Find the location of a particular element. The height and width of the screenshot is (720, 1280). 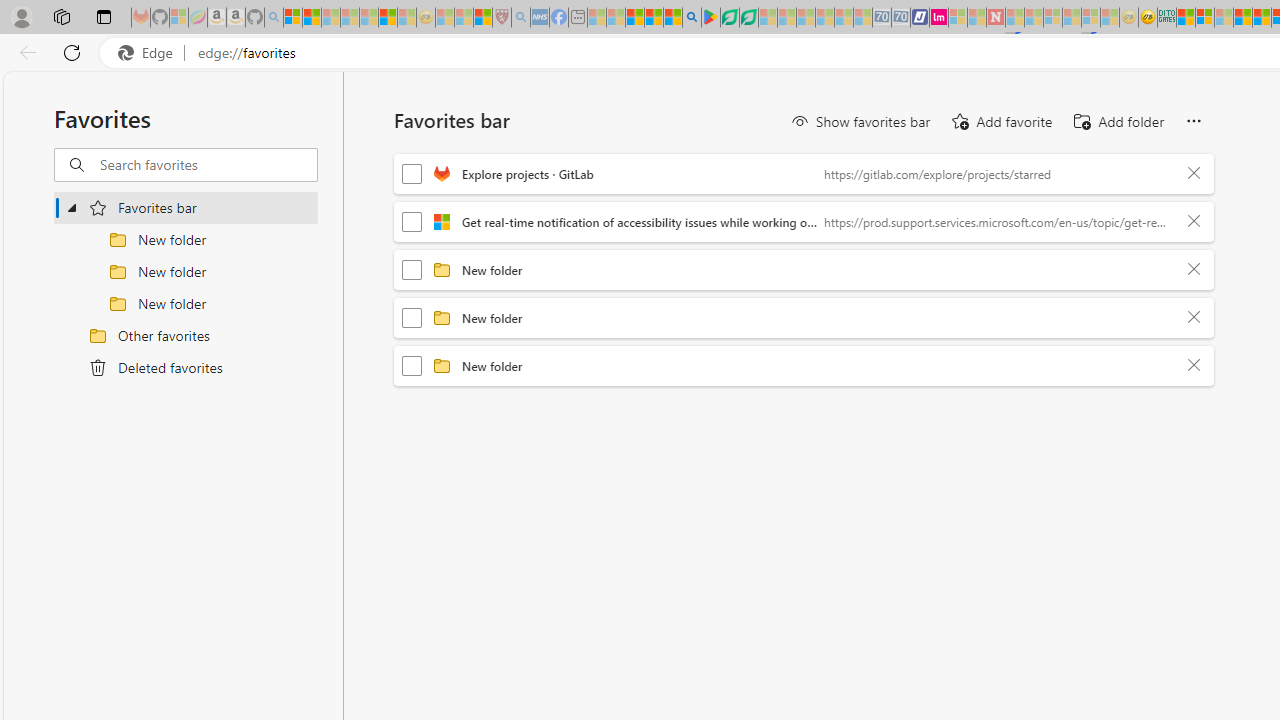

'Recipes - MSN - Sleeping' is located at coordinates (444, 17).